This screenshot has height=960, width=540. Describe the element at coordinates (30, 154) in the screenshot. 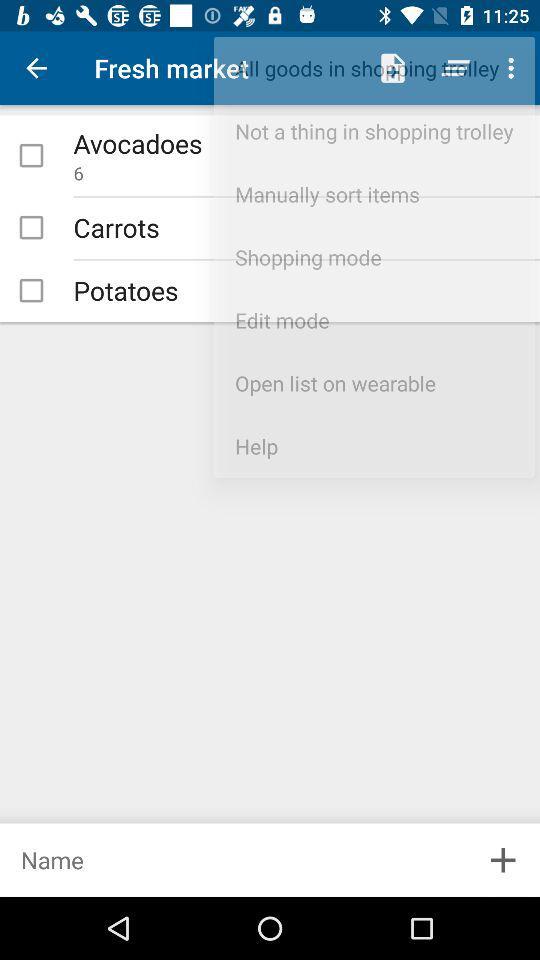

I see `check mark item` at that location.